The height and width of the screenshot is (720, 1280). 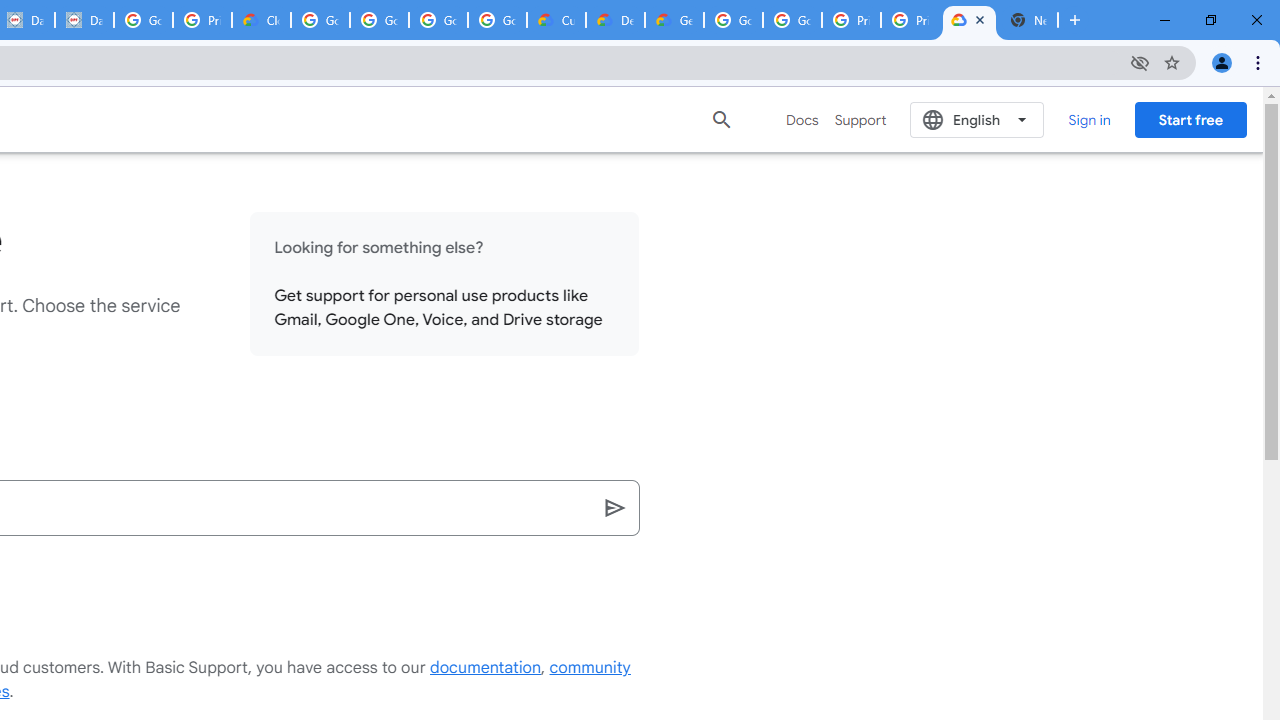 I want to click on 'Docs', so click(x=802, y=119).